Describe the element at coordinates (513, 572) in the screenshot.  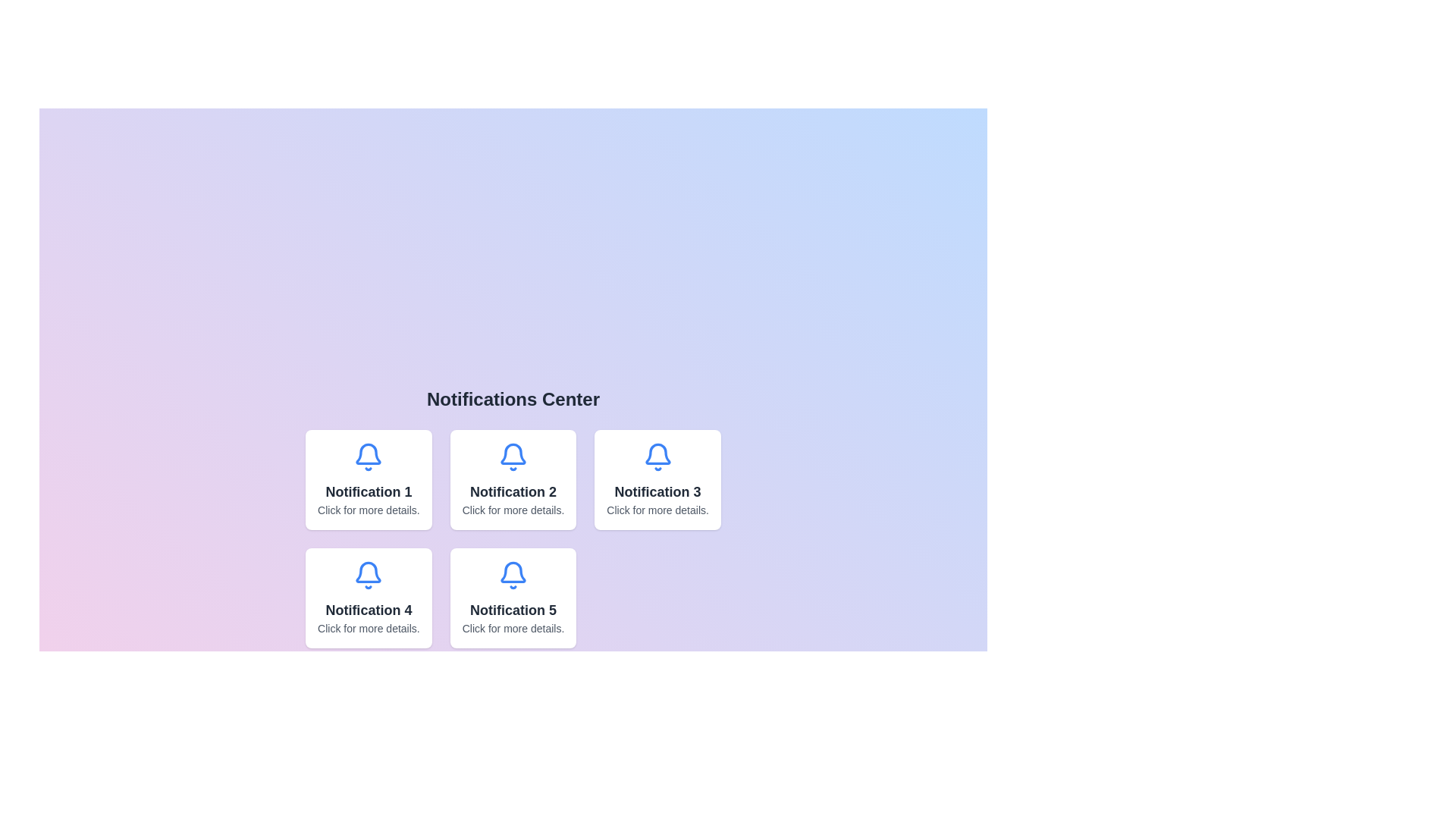
I see `the bell icon with a blue outline located in the notification panel below 'Notification 5'` at that location.